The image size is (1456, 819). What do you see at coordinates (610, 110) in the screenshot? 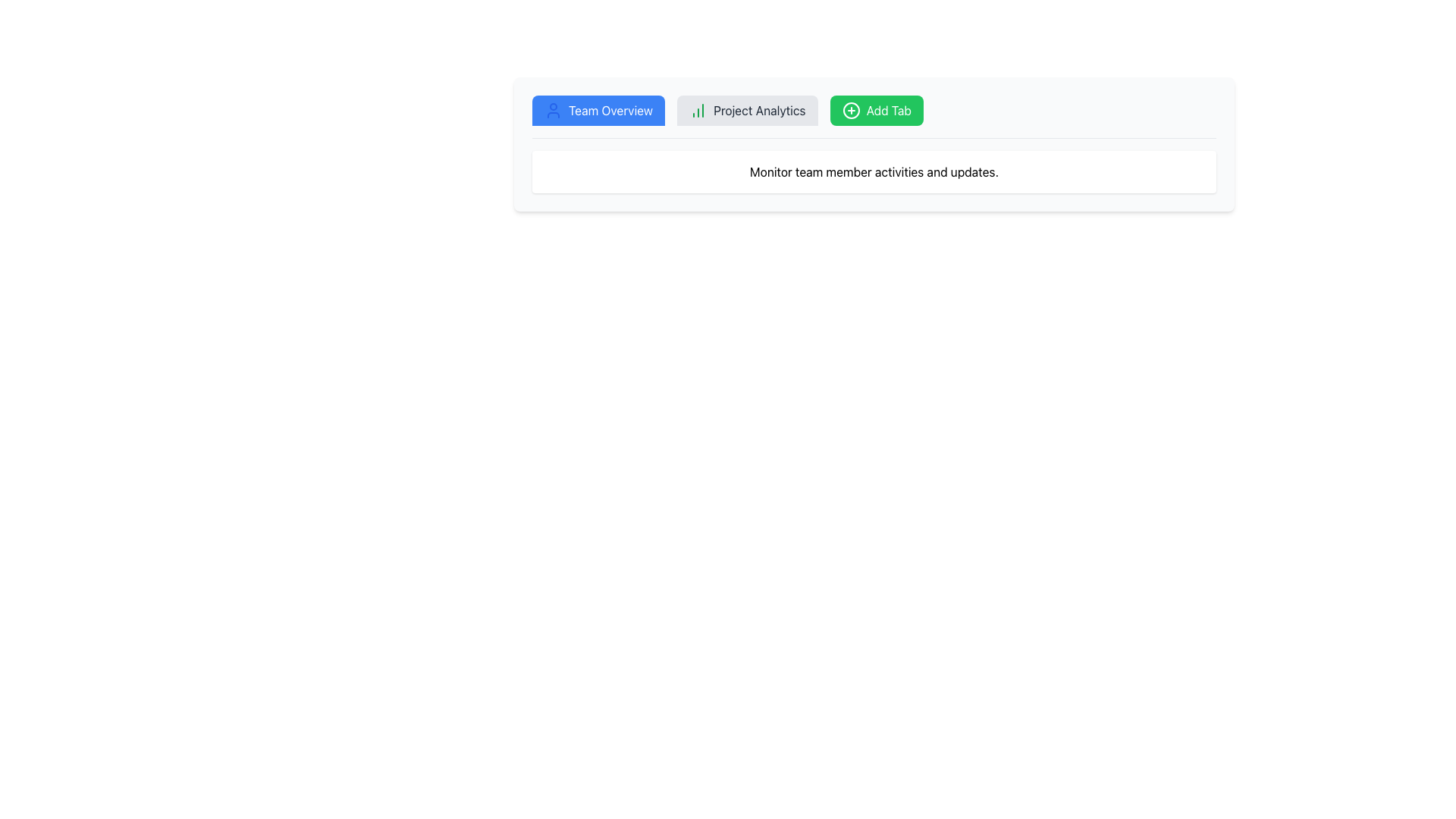
I see `the 'Team Overview' tab, which features bold white text on a rounded blue background` at bounding box center [610, 110].